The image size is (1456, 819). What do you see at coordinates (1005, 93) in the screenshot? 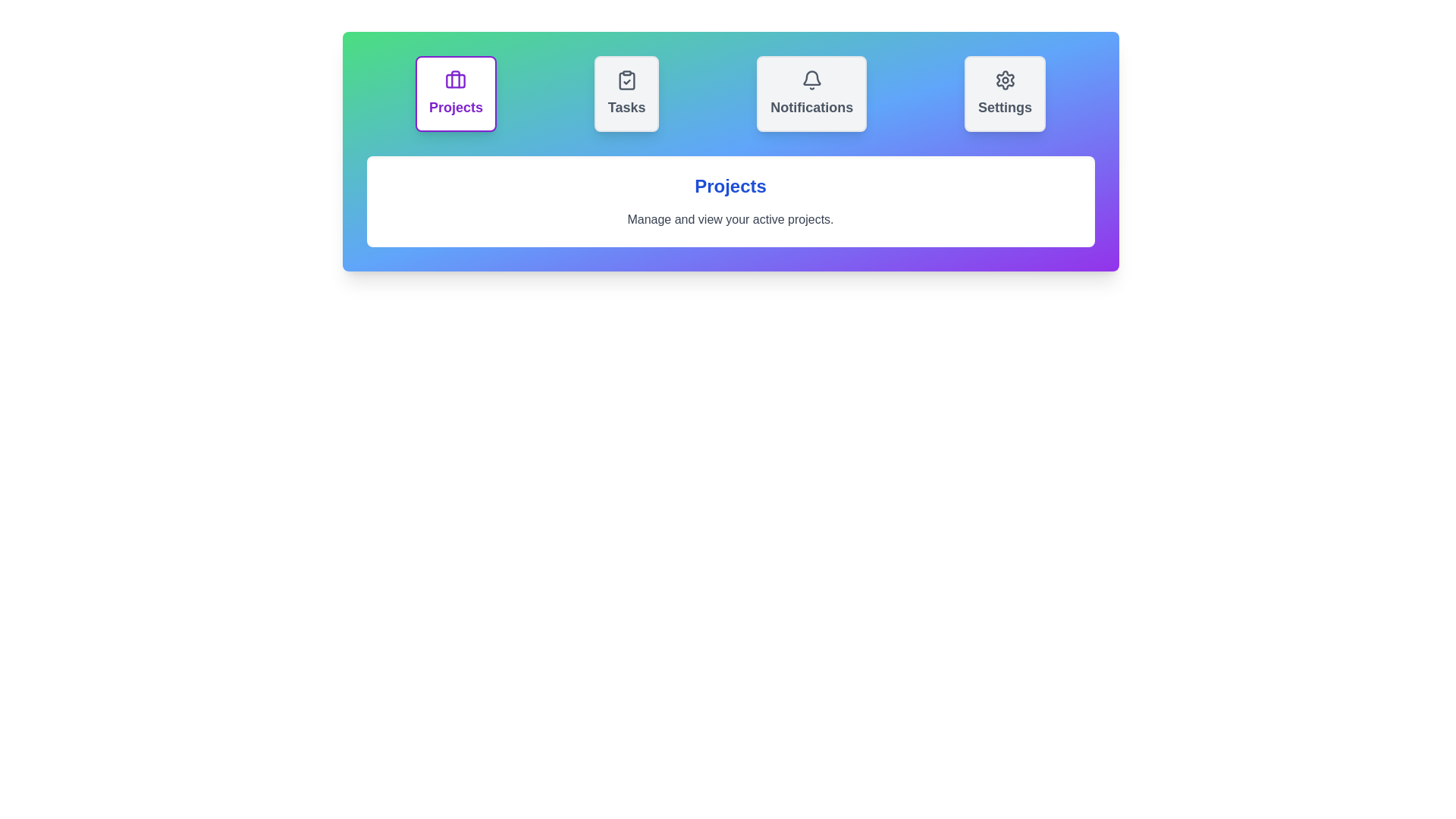
I see `the Settings tab` at bounding box center [1005, 93].